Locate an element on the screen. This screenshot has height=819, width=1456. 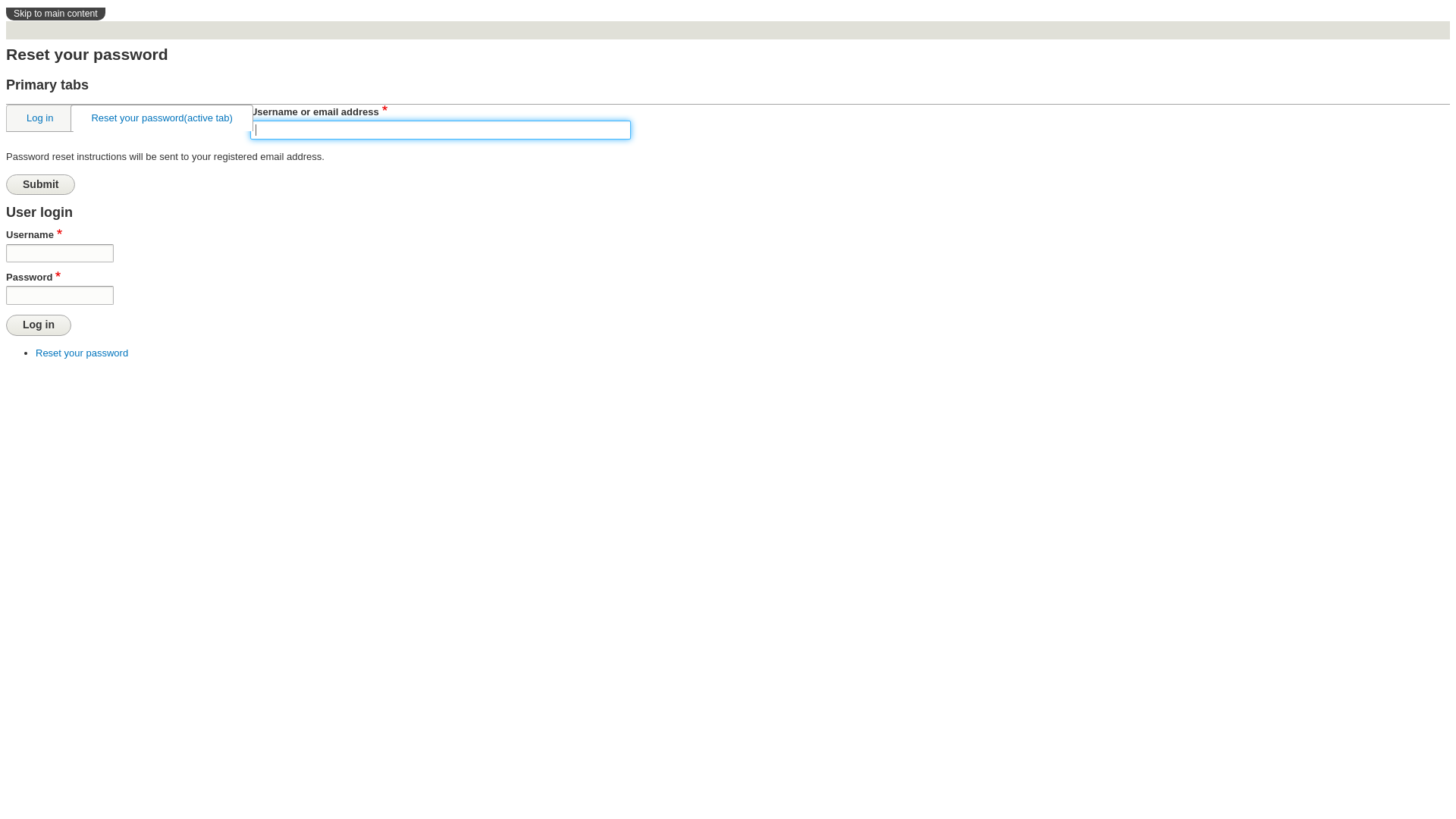
'Submit' is located at coordinates (6, 184).